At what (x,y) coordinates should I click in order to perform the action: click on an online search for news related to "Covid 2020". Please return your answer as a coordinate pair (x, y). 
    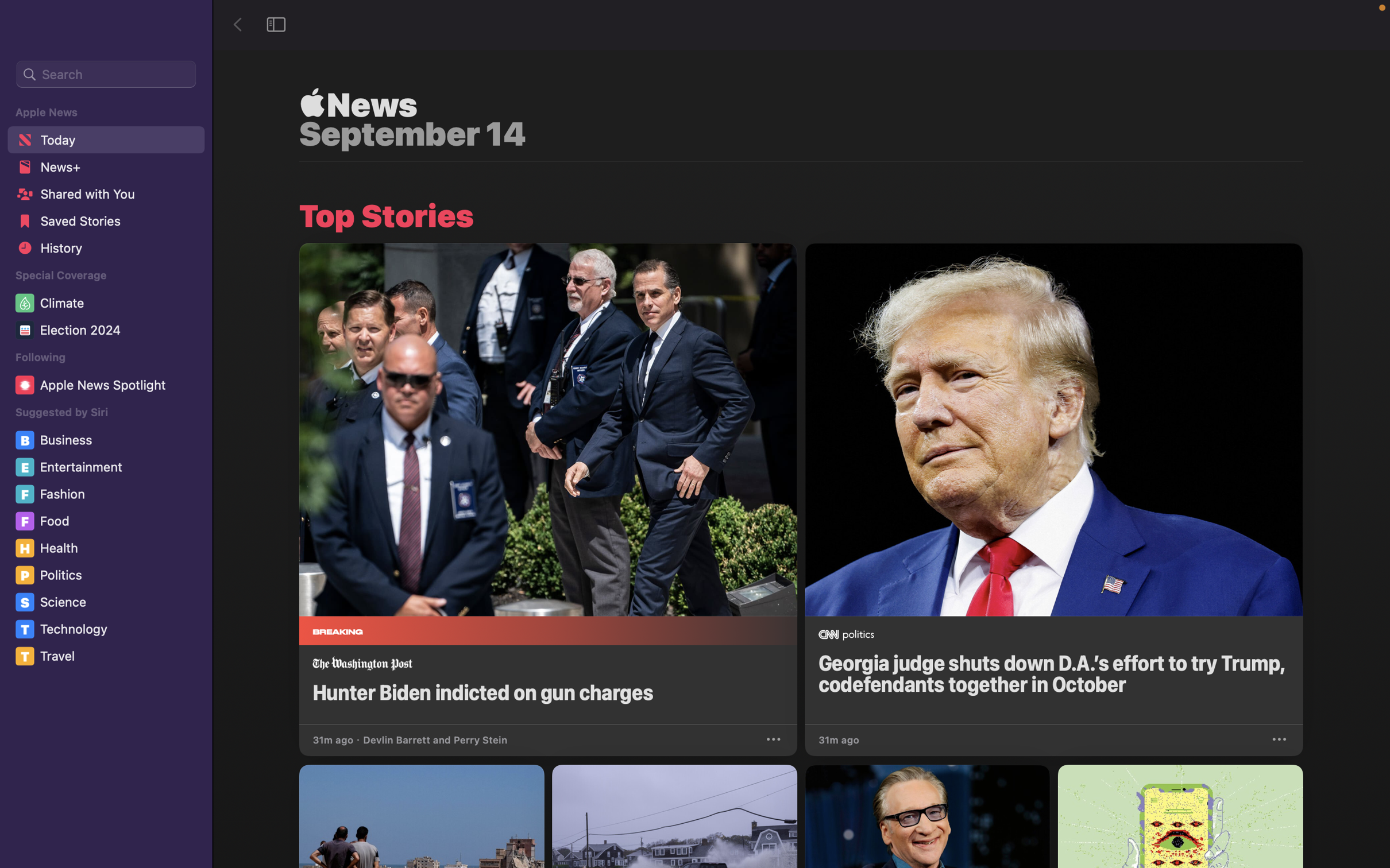
    Looking at the image, I should click on (106, 74).